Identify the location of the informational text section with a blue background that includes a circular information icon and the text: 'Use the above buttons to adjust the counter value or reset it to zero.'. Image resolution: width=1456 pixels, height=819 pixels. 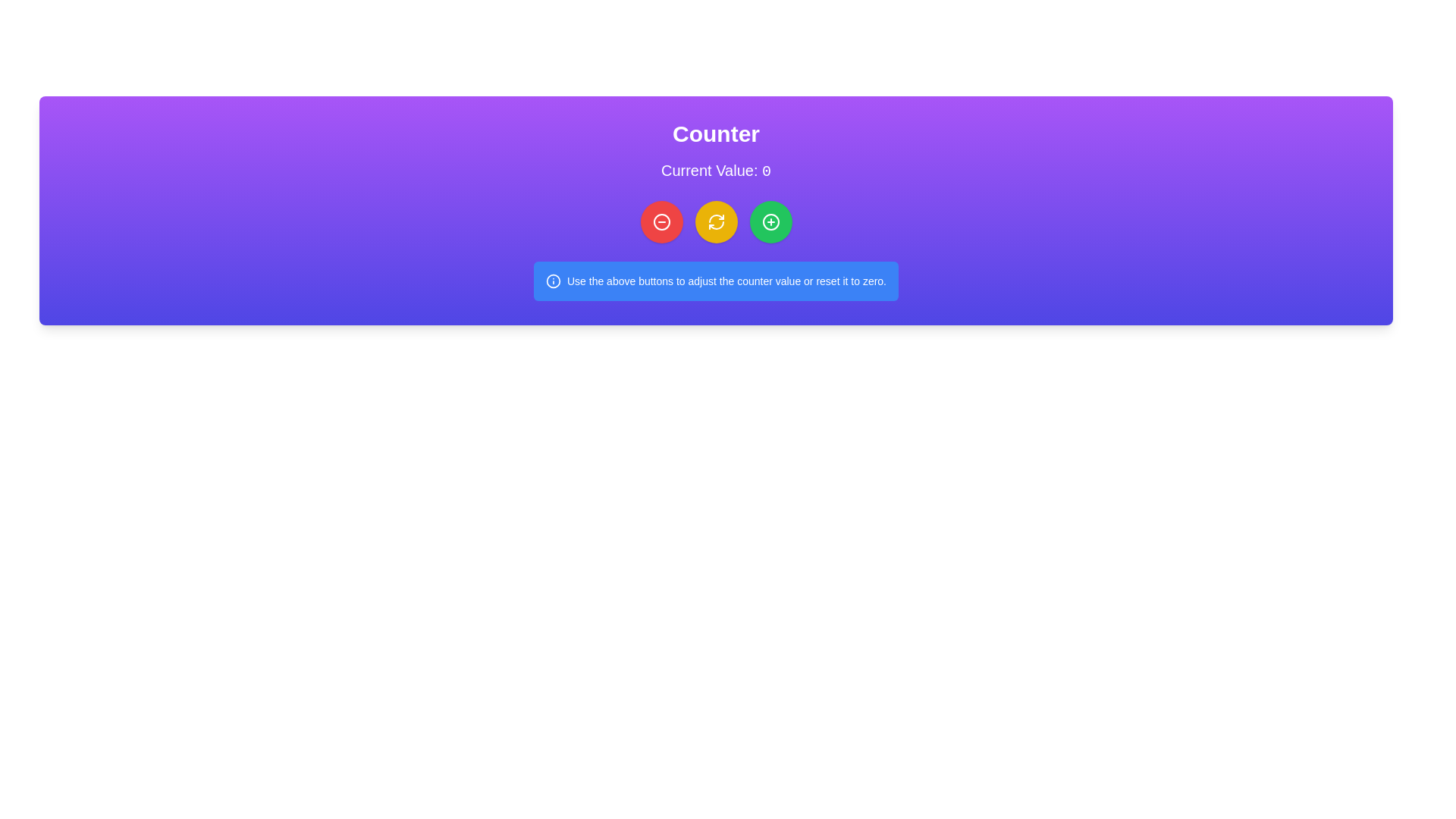
(715, 281).